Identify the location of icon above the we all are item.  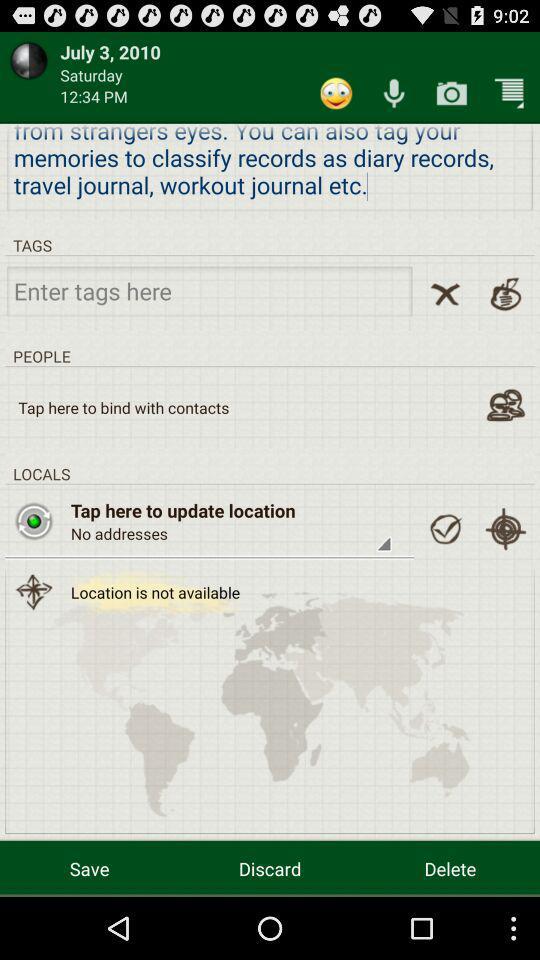
(509, 93).